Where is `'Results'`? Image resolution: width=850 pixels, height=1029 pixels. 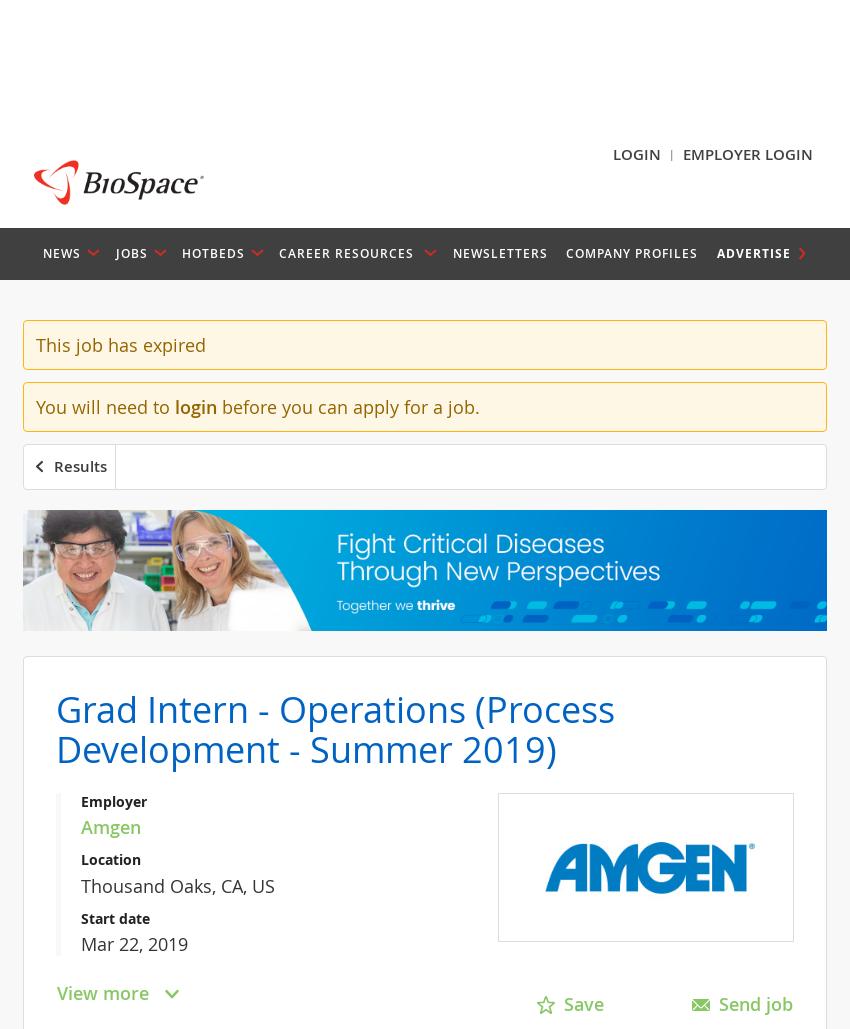 'Results' is located at coordinates (80, 465).